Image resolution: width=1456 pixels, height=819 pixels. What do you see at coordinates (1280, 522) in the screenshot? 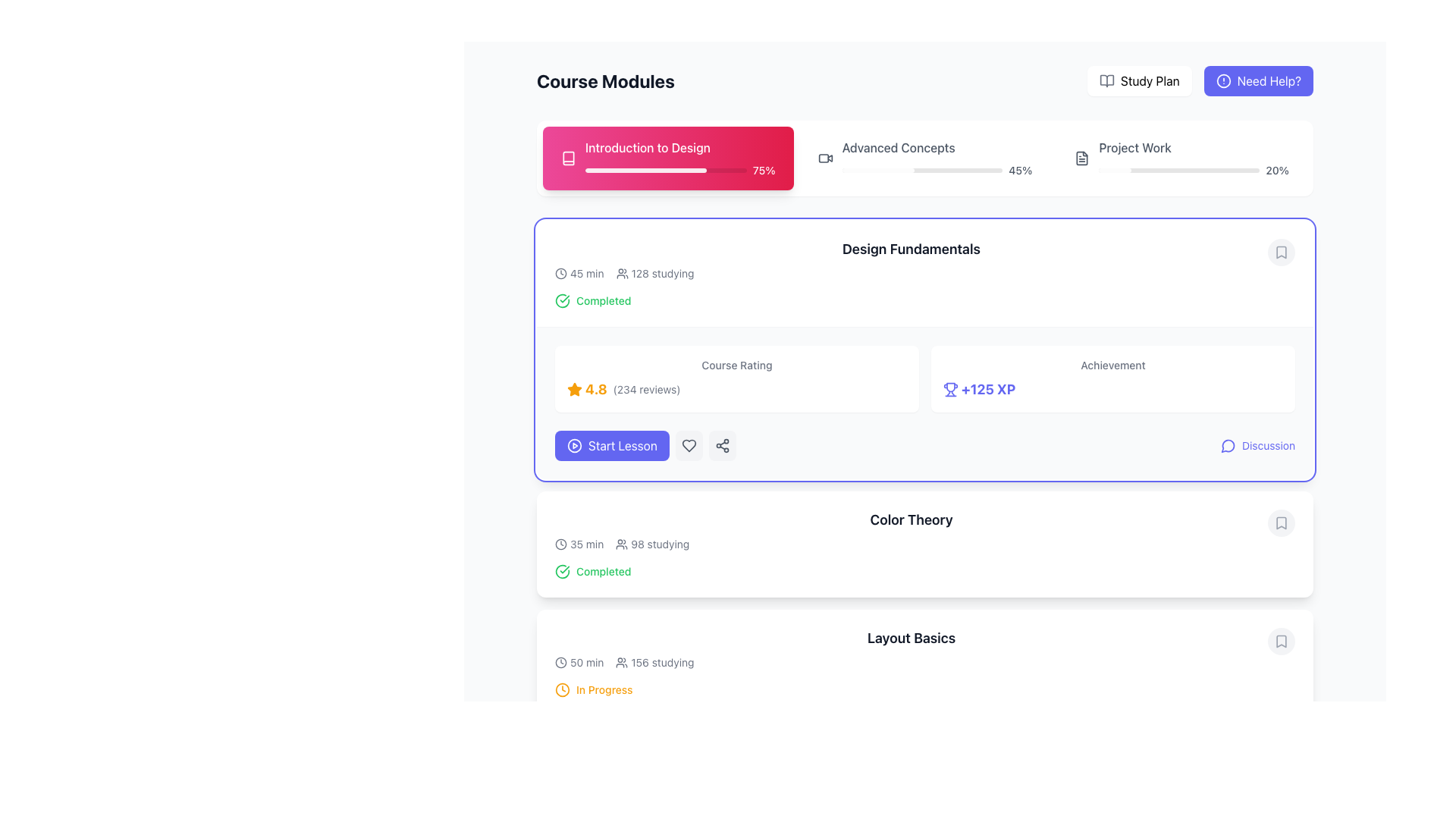
I see `the gray bookmark-shaped icon within the 'Color Theory' section of the course card to bookmark the course` at bounding box center [1280, 522].